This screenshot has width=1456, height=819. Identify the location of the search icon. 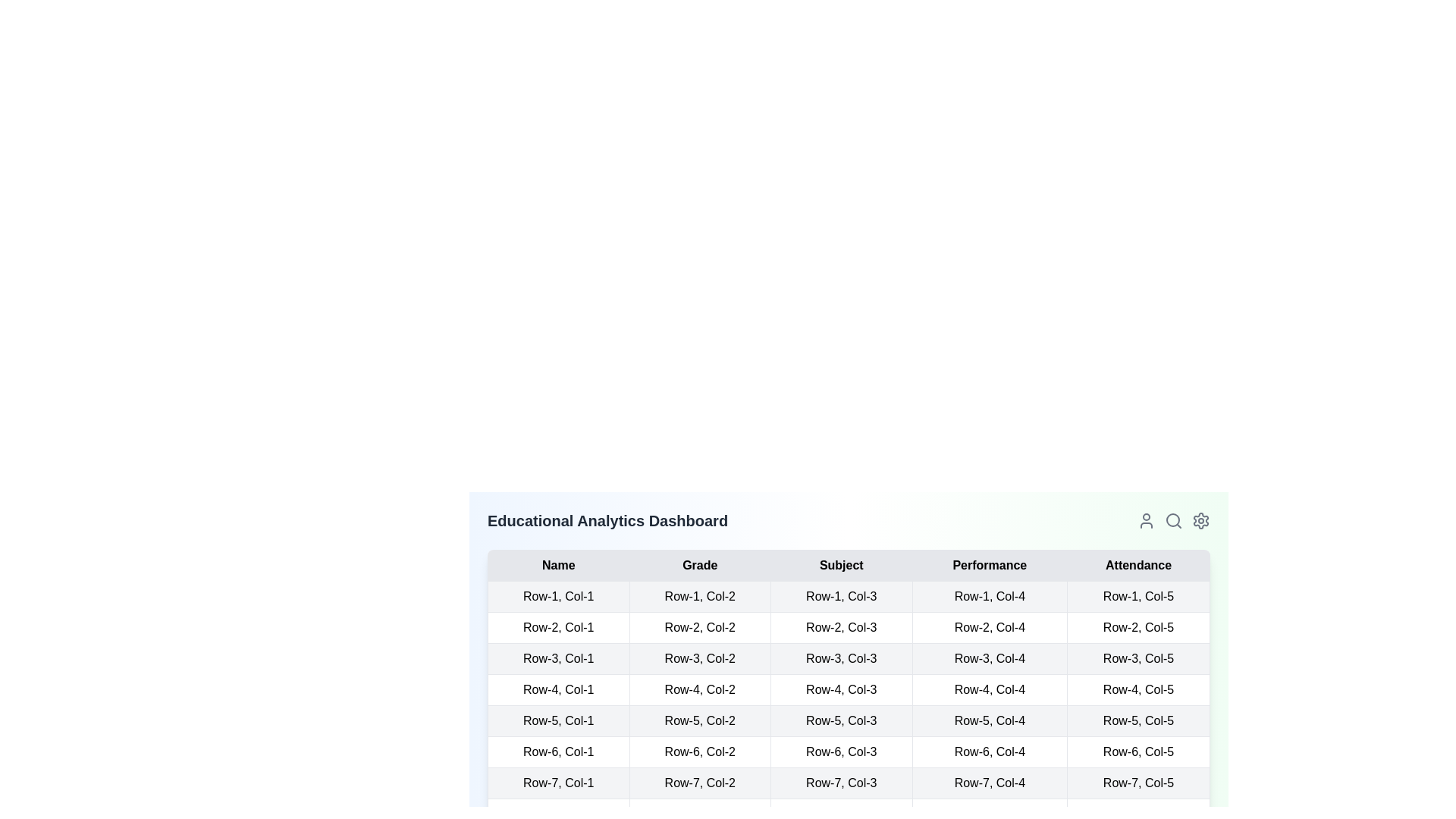
(1173, 519).